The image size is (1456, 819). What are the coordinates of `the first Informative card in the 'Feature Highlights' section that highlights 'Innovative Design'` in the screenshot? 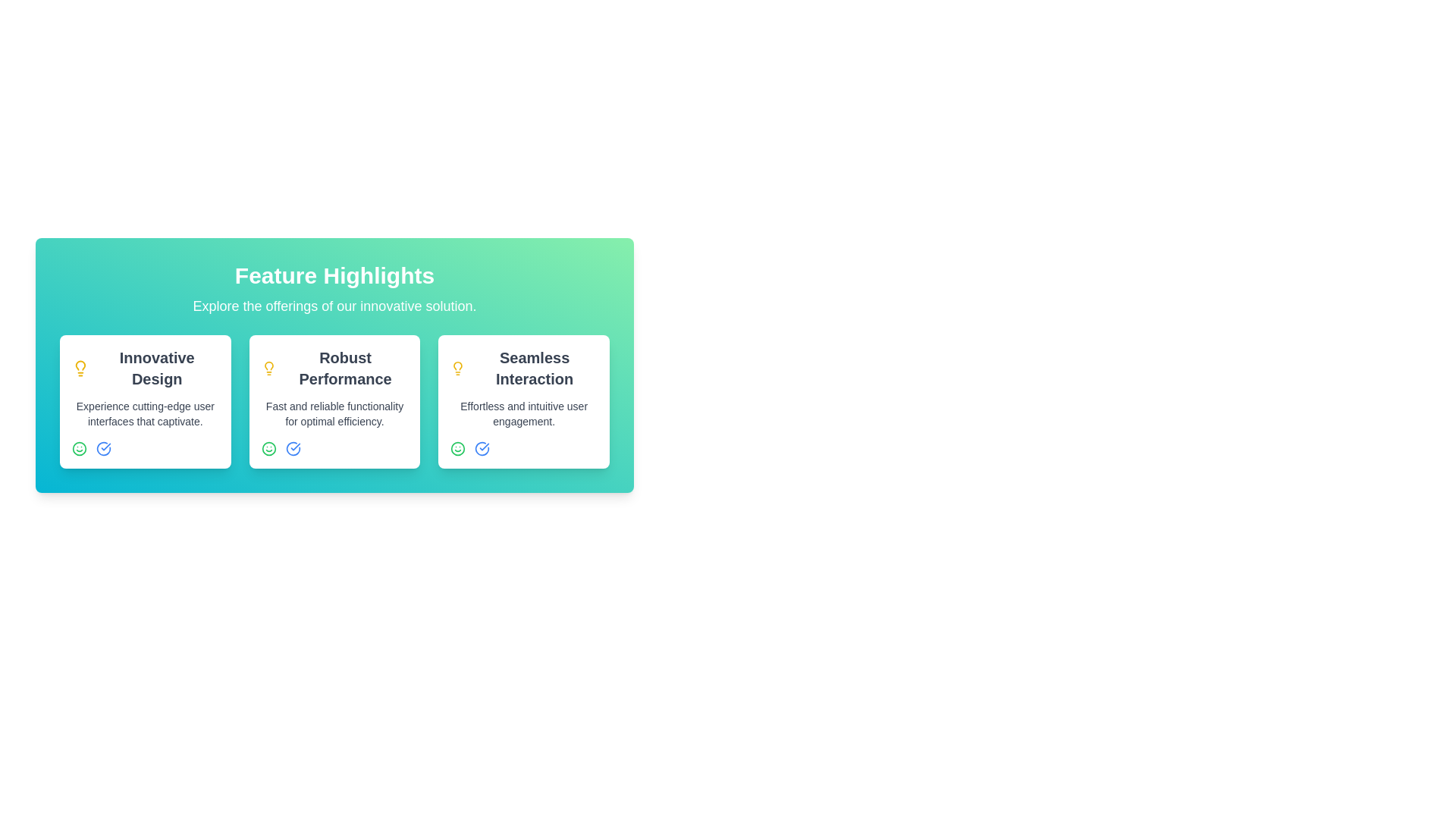 It's located at (145, 400).